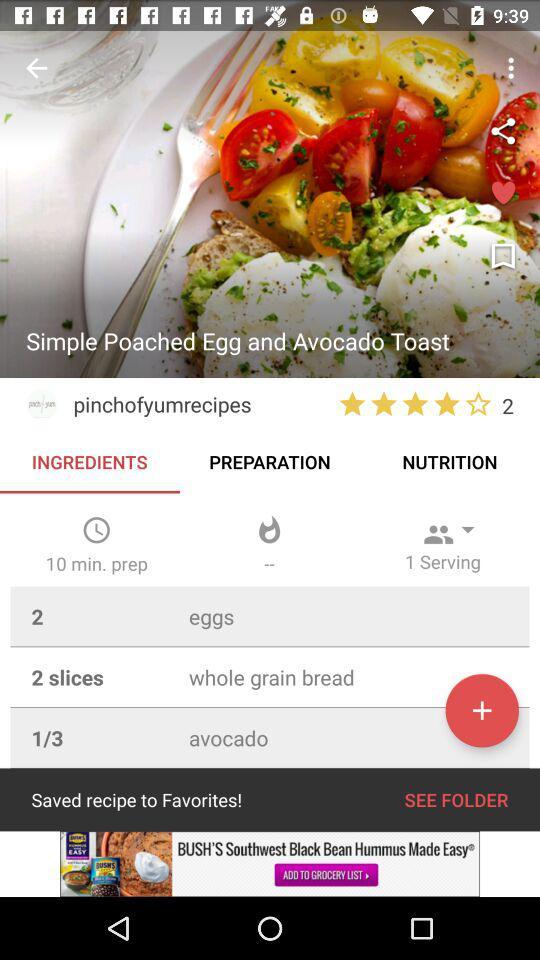 The image size is (540, 960). Describe the element at coordinates (502, 194) in the screenshot. I see `the favorite icon` at that location.